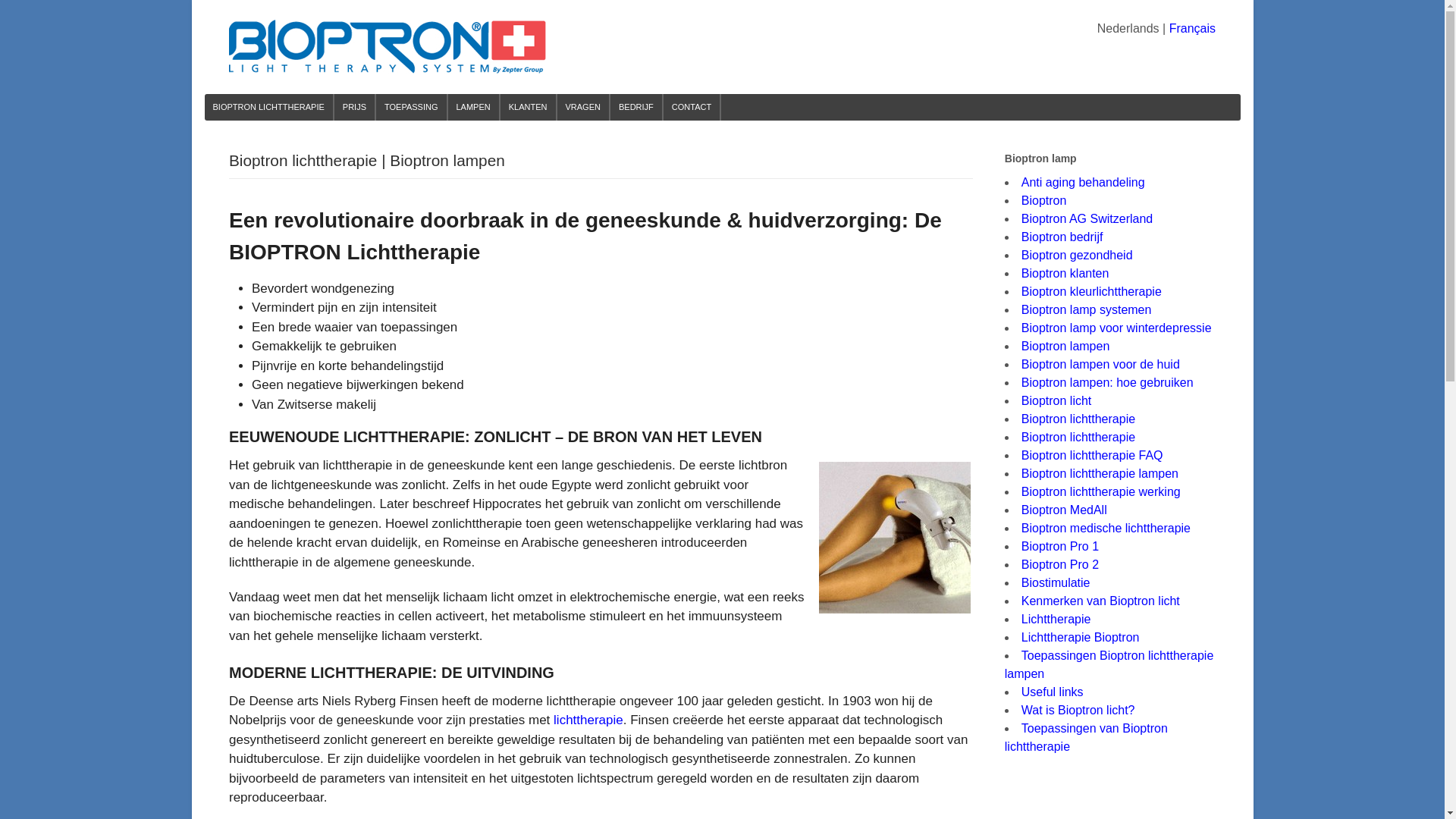 This screenshot has height=819, width=1456. Describe the element at coordinates (1021, 510) in the screenshot. I see `'Bioptron MedAll'` at that location.